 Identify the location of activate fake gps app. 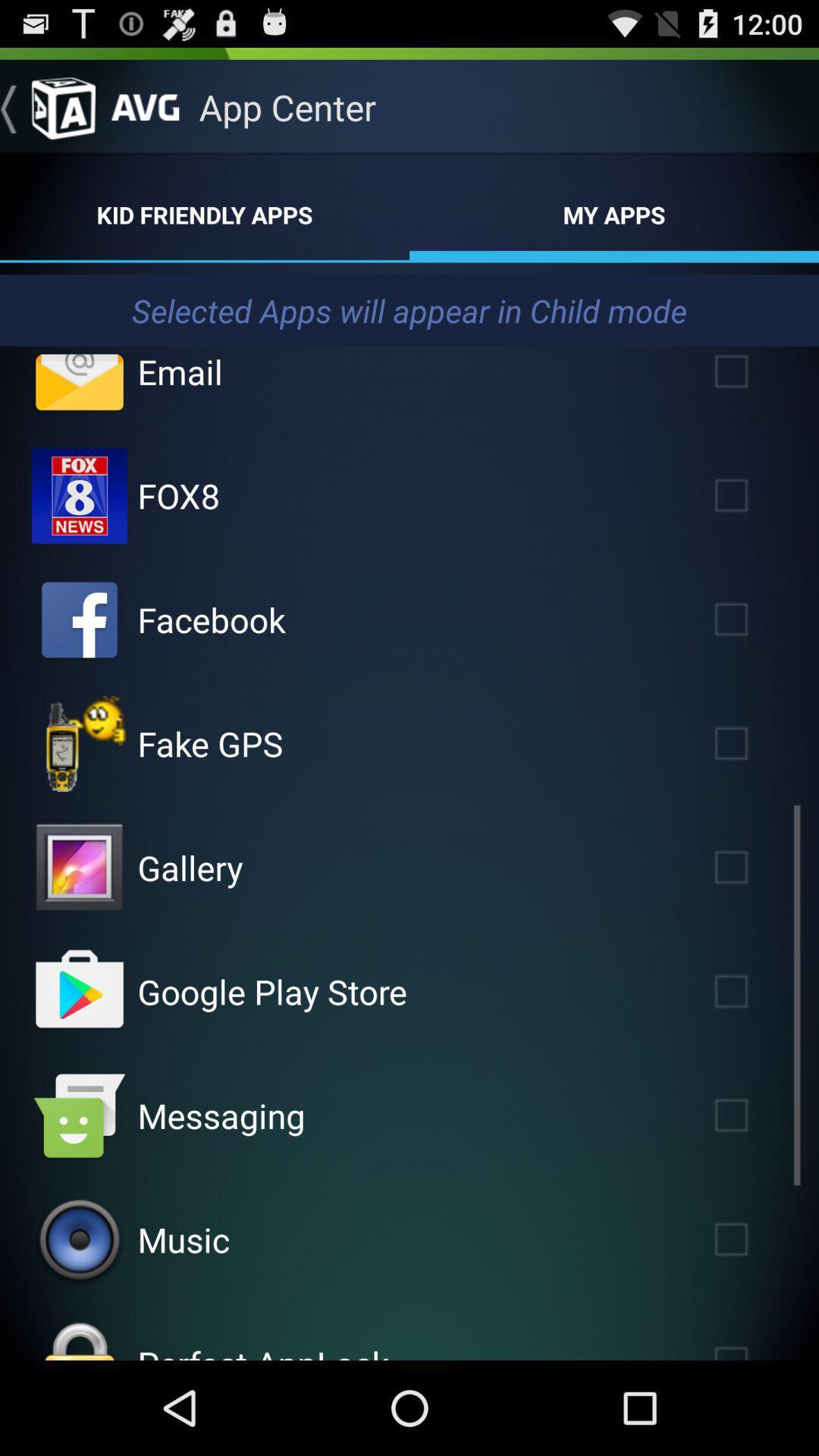
(753, 743).